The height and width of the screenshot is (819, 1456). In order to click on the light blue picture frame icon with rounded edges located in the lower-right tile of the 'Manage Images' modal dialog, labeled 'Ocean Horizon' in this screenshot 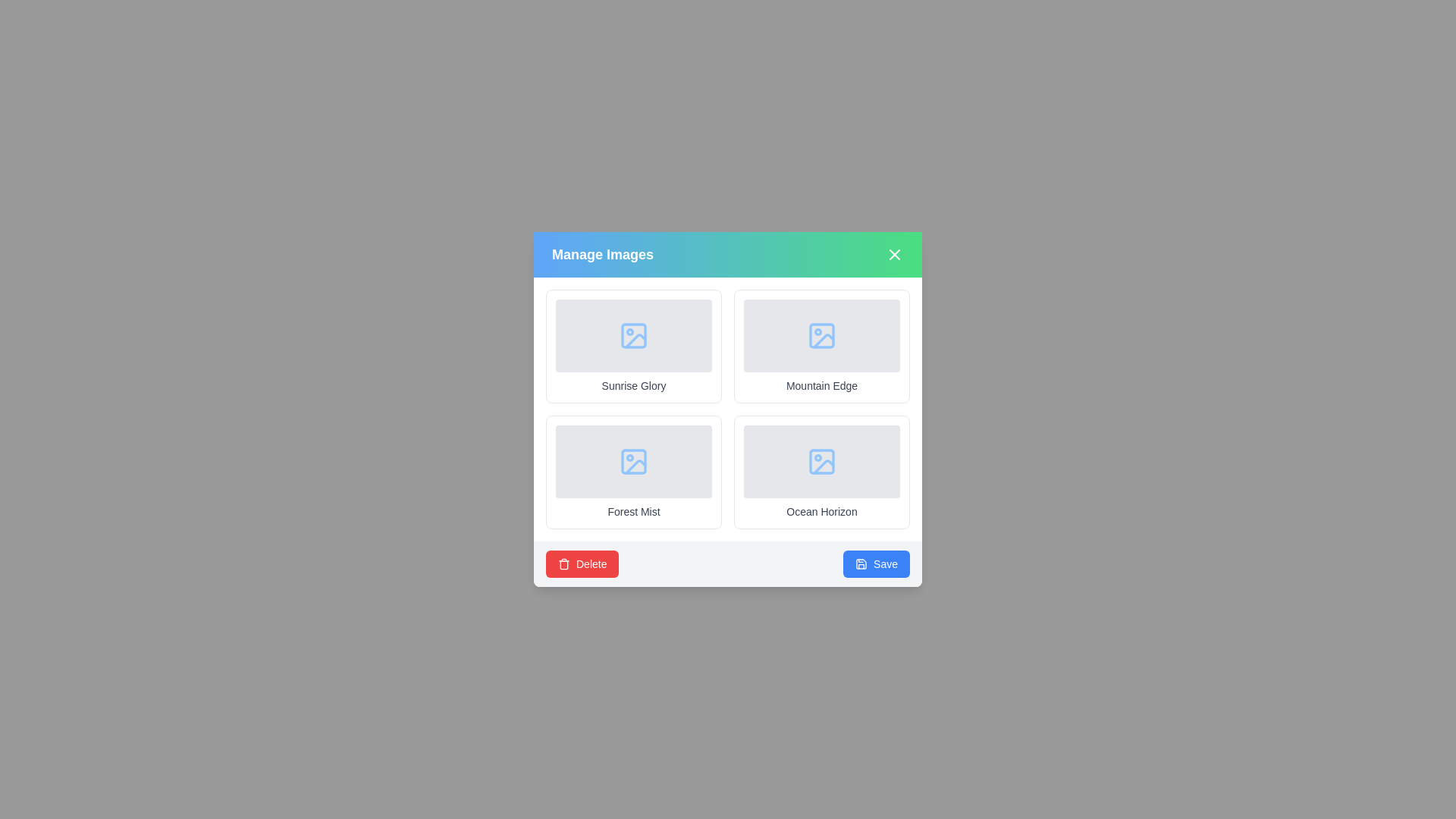, I will do `click(821, 461)`.